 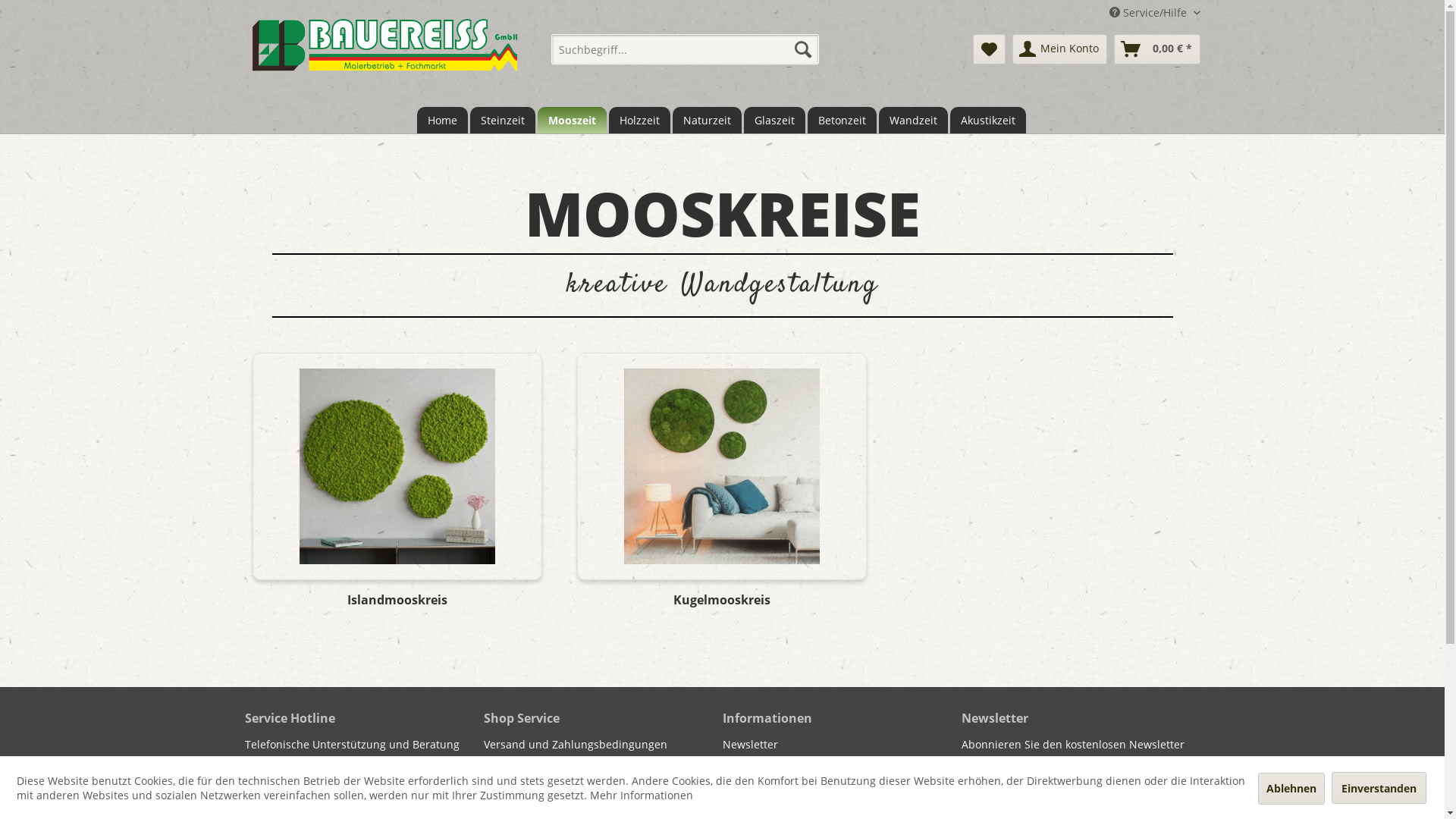 What do you see at coordinates (598, 798) in the screenshot?
I see `'AGB'` at bounding box center [598, 798].